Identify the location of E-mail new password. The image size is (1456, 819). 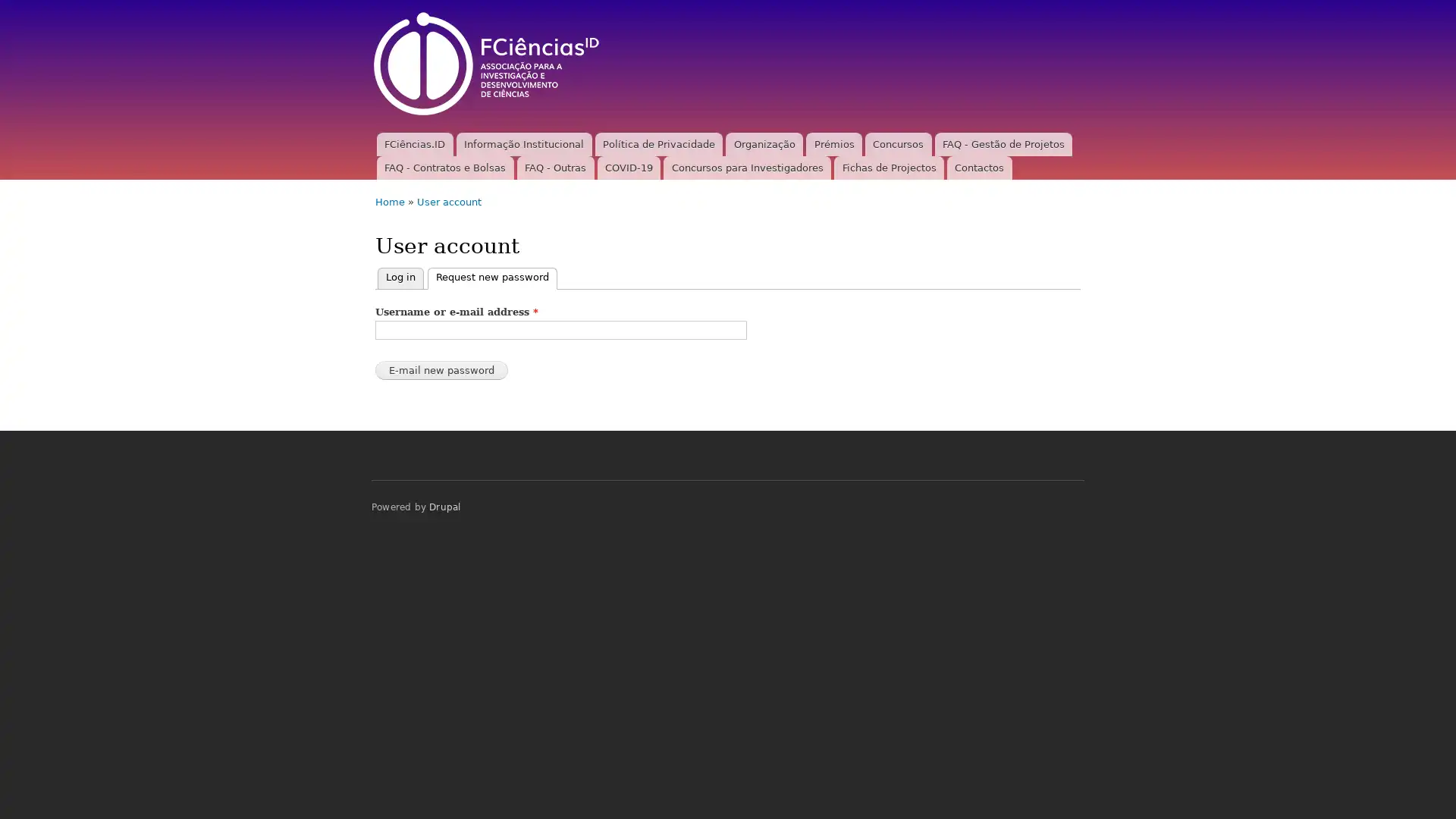
(441, 370).